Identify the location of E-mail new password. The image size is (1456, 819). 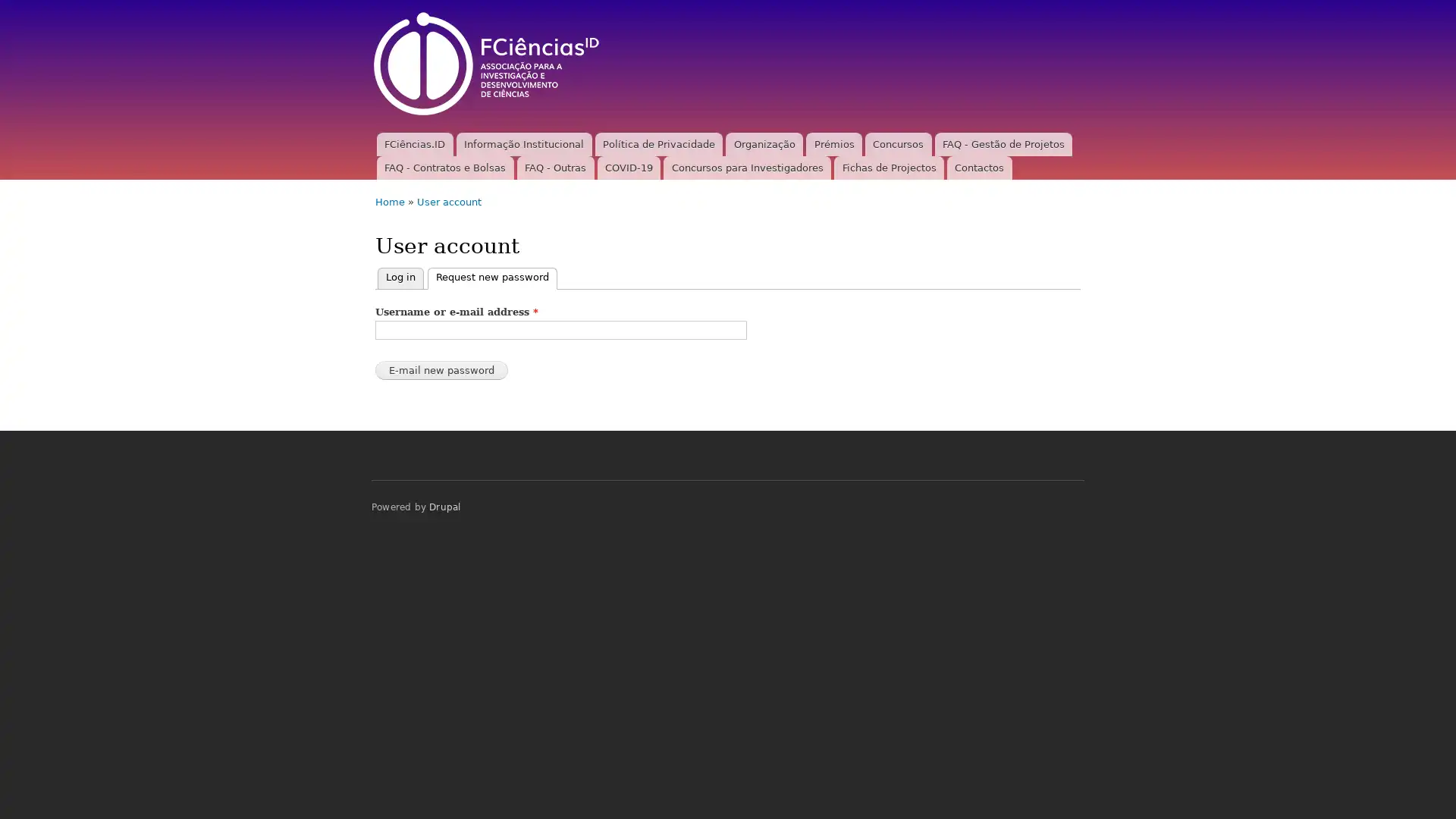
(441, 370).